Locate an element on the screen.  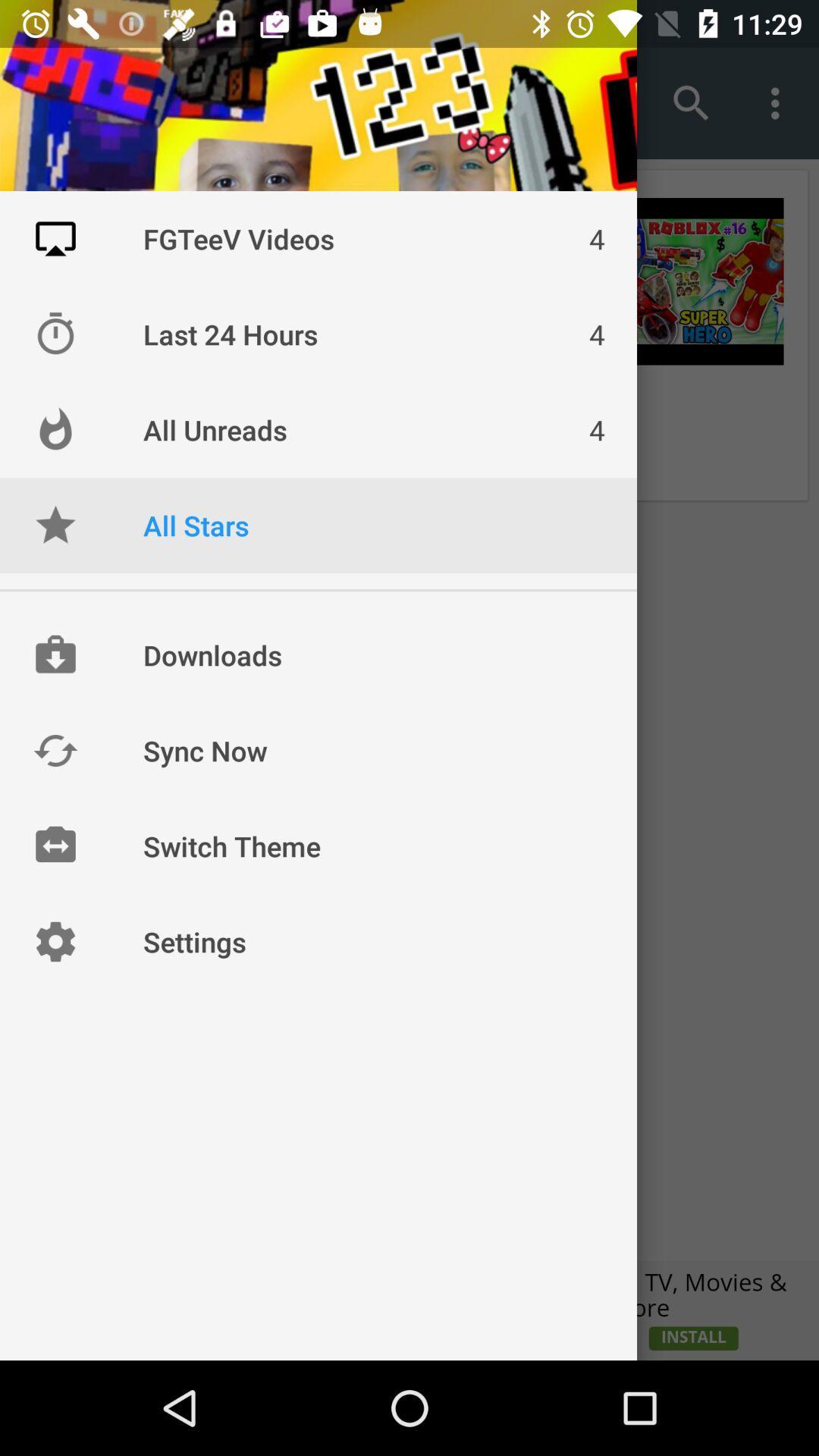
the downloads icon is located at coordinates (55, 655).